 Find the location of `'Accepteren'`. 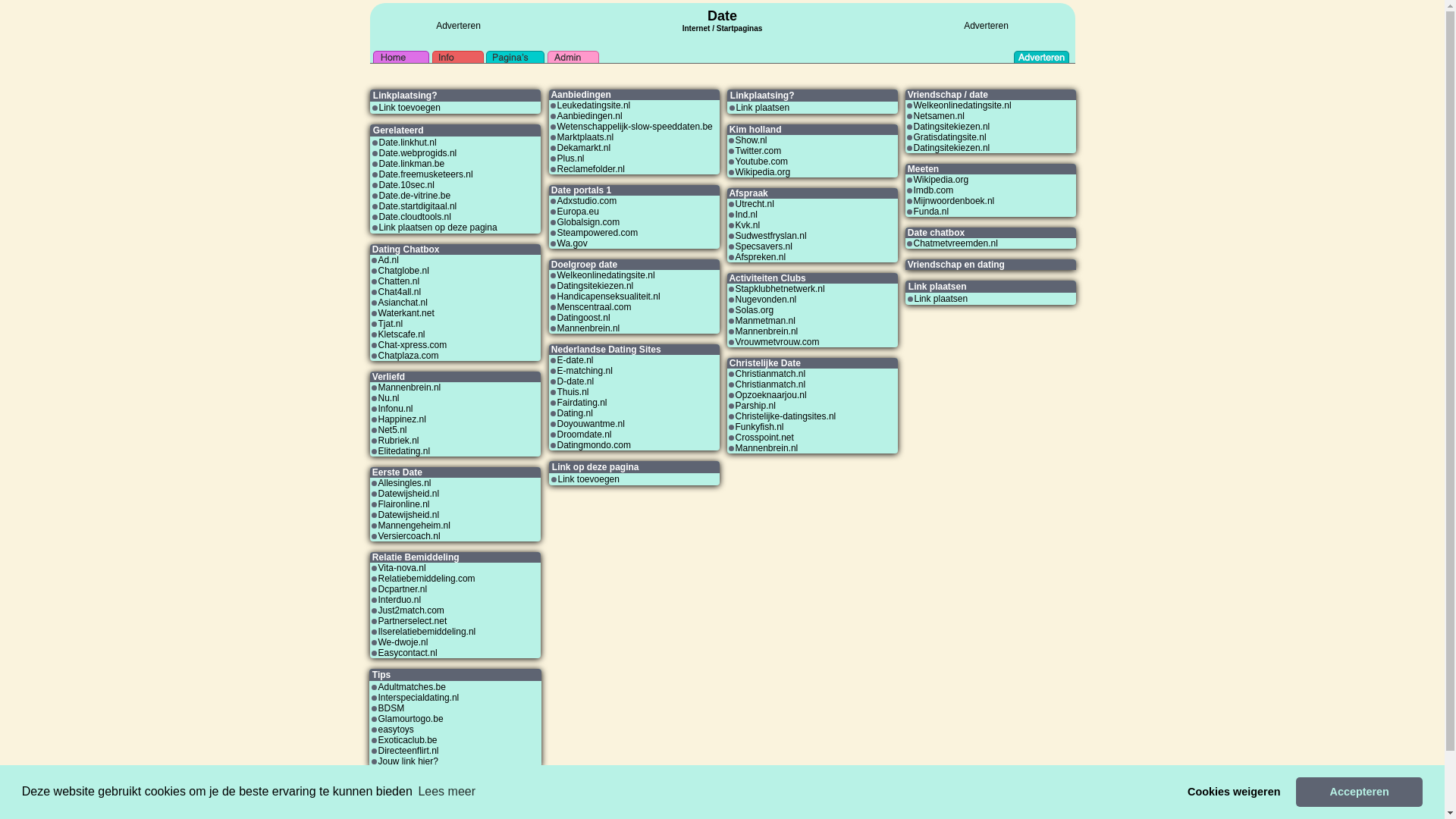

'Accepteren' is located at coordinates (1359, 791).